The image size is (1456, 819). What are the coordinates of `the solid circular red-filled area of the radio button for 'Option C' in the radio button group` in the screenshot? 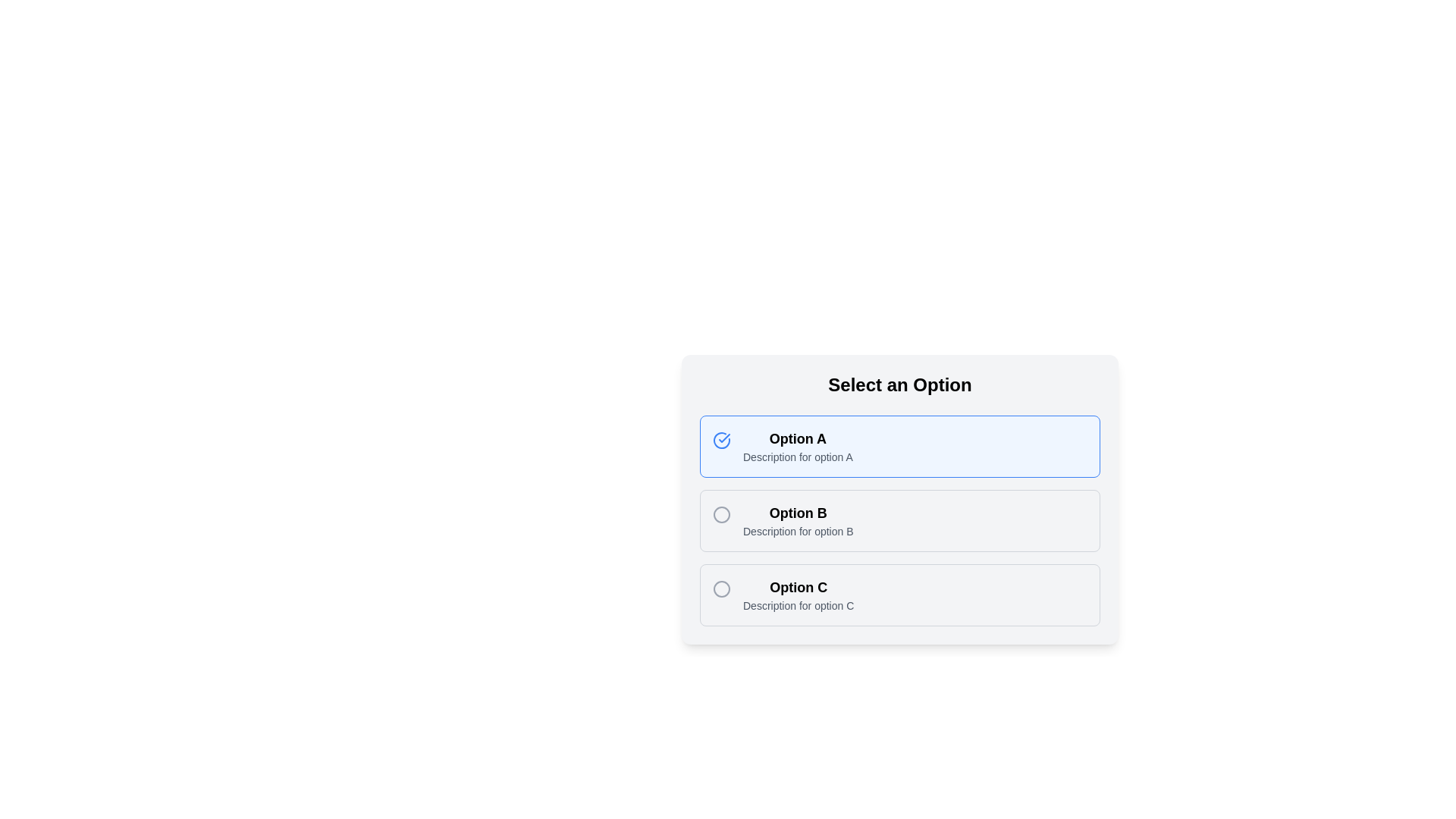 It's located at (720, 588).